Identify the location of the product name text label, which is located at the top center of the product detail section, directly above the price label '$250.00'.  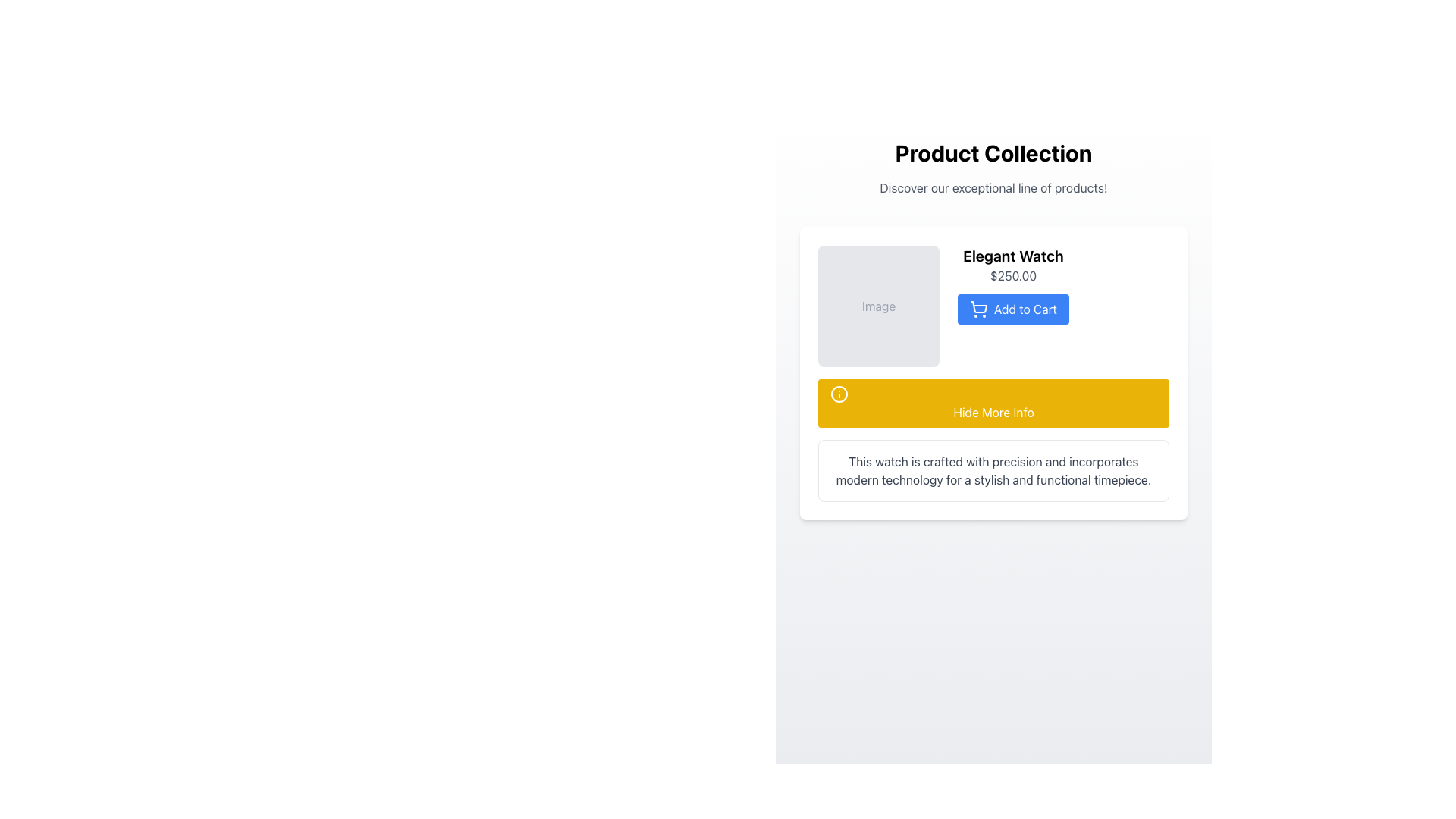
(1013, 256).